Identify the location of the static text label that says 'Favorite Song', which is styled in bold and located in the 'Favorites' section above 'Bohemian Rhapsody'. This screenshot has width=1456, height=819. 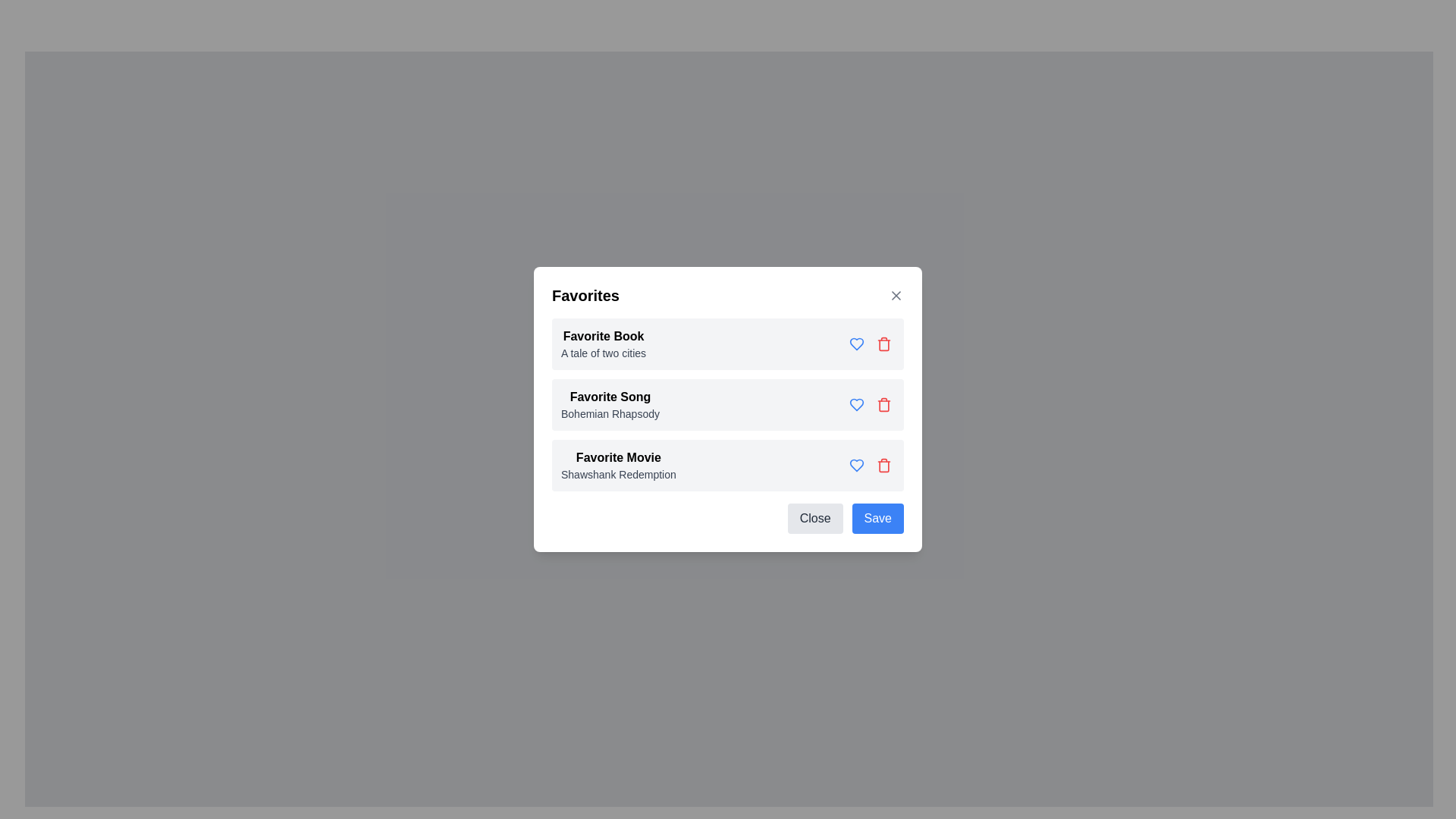
(610, 397).